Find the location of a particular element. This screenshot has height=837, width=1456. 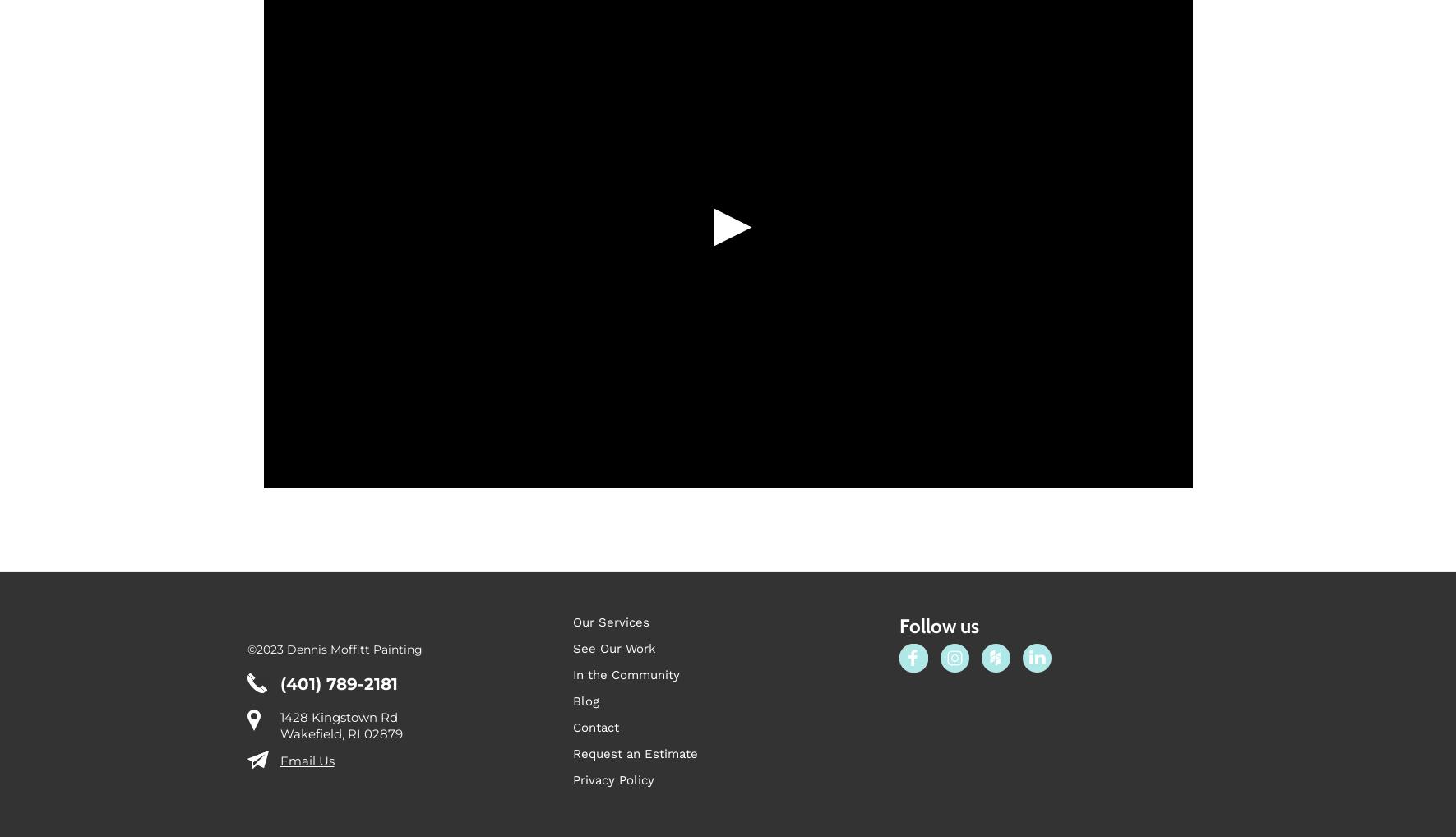

'Follow us' is located at coordinates (938, 625).